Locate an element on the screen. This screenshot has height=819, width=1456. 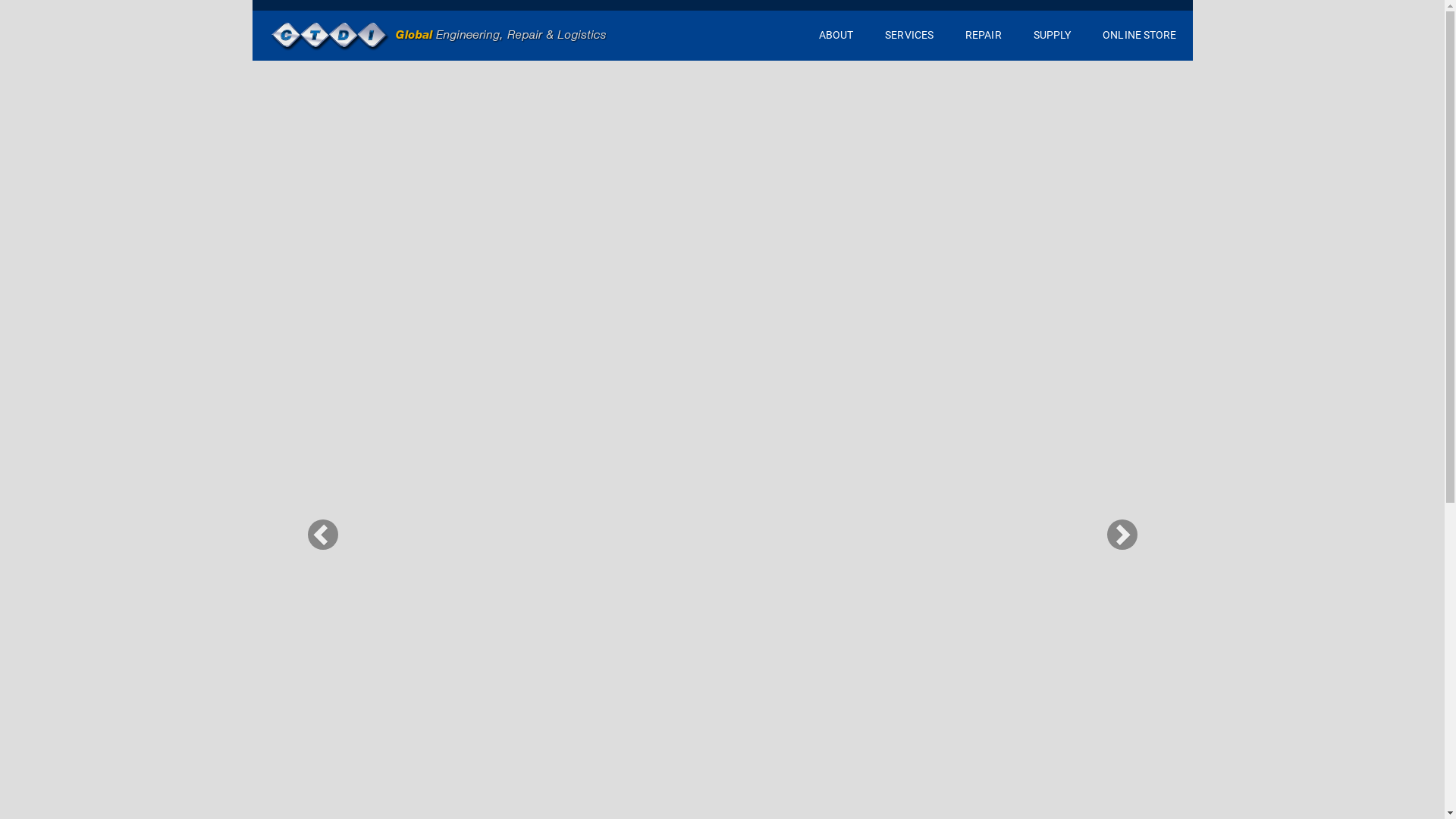
'SUPPLY' is located at coordinates (1051, 34).